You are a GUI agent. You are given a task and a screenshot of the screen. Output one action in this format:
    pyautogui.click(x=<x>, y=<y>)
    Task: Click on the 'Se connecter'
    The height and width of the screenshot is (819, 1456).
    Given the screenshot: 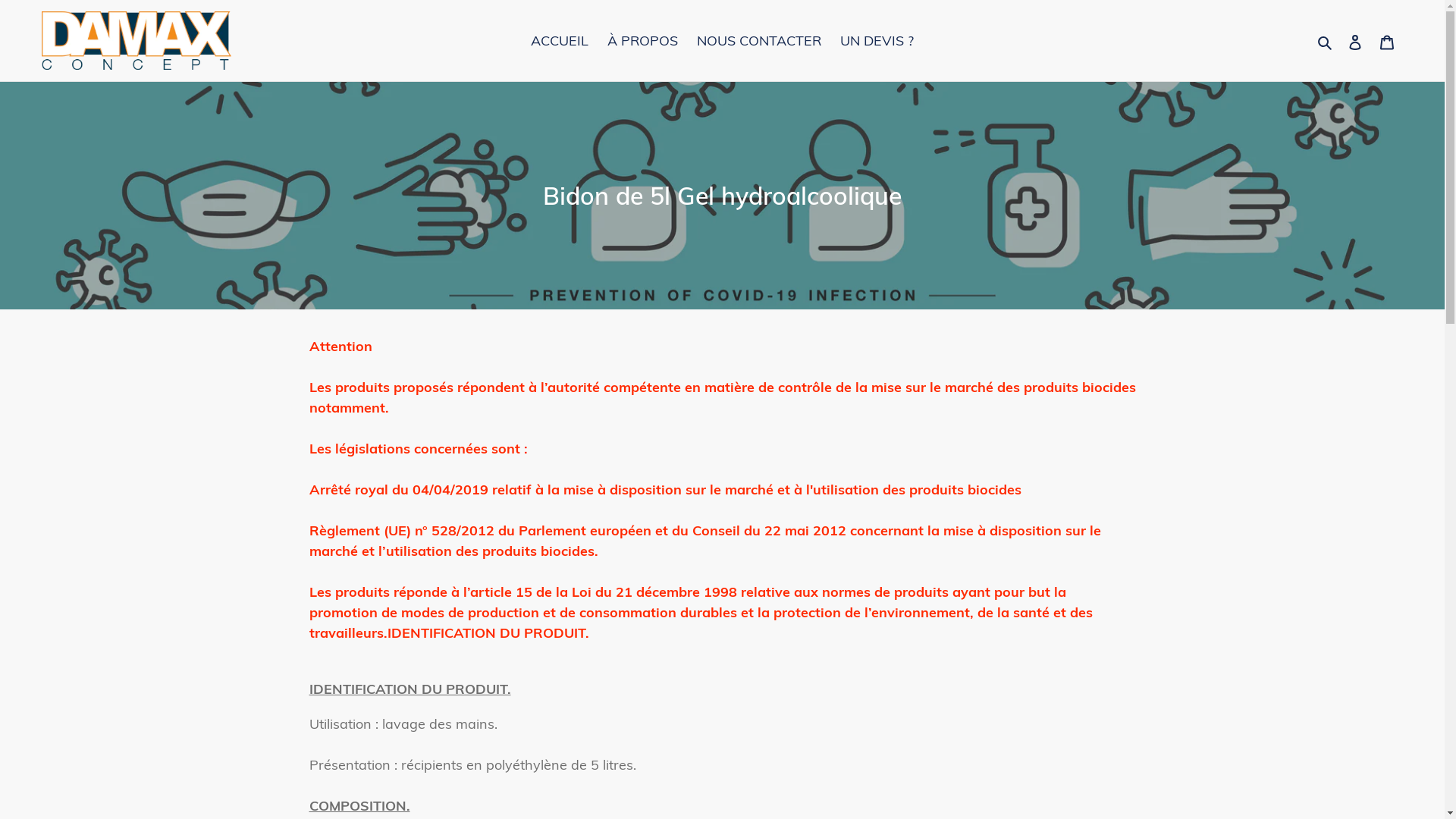 What is the action you would take?
    pyautogui.click(x=1354, y=39)
    